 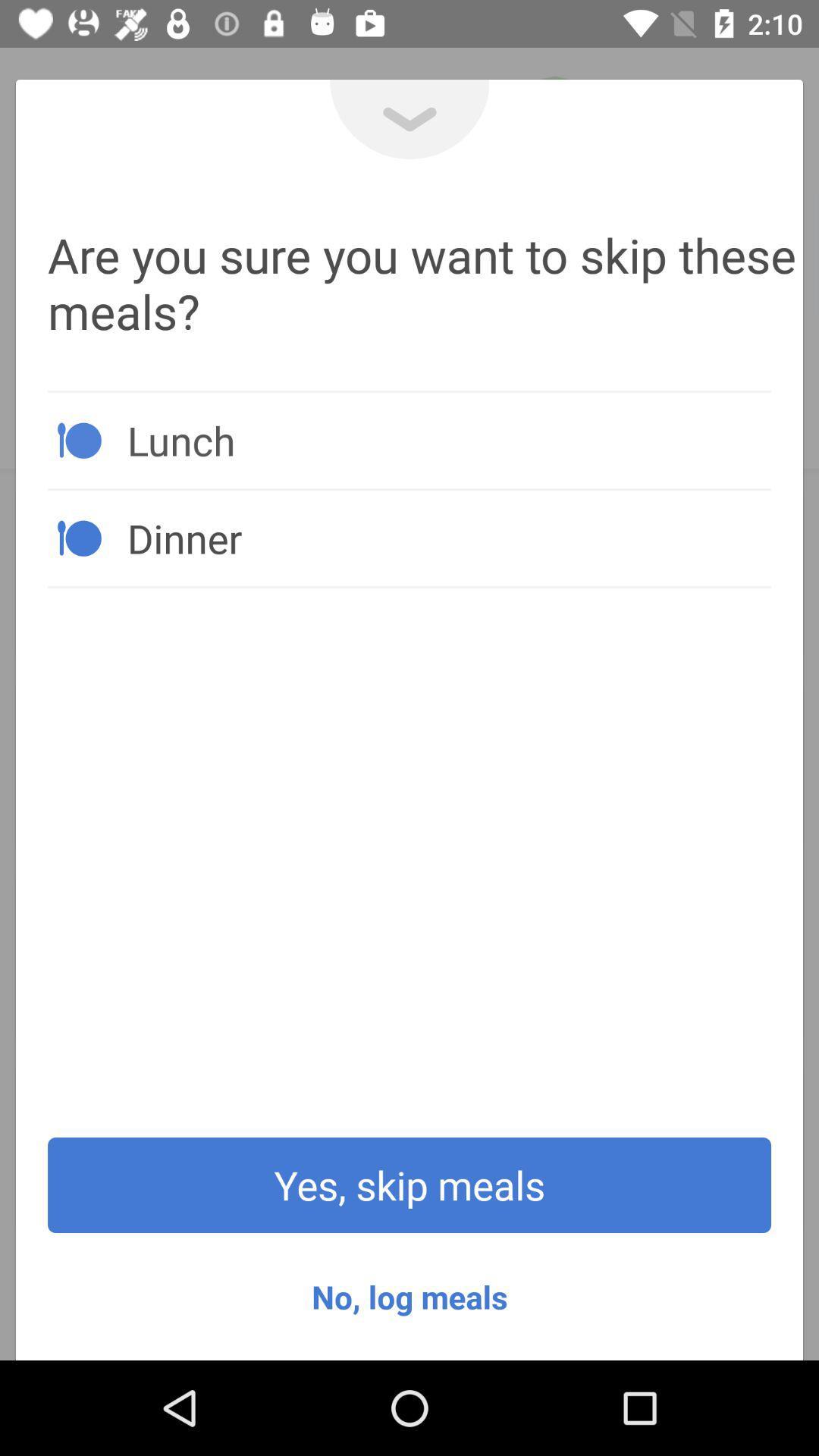 What do you see at coordinates (448, 439) in the screenshot?
I see `lunch item` at bounding box center [448, 439].